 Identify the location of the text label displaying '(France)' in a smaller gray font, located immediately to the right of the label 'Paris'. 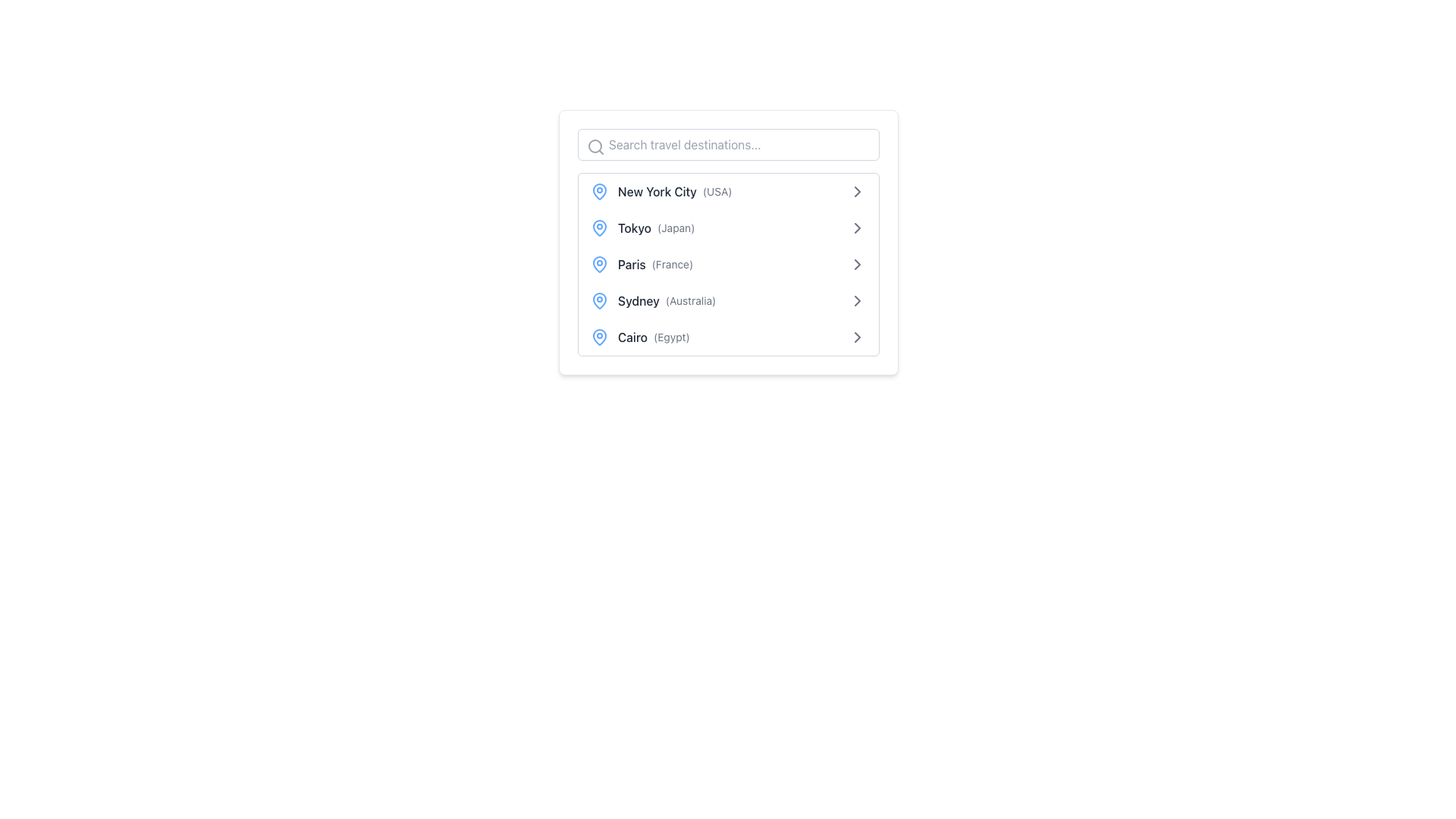
(672, 263).